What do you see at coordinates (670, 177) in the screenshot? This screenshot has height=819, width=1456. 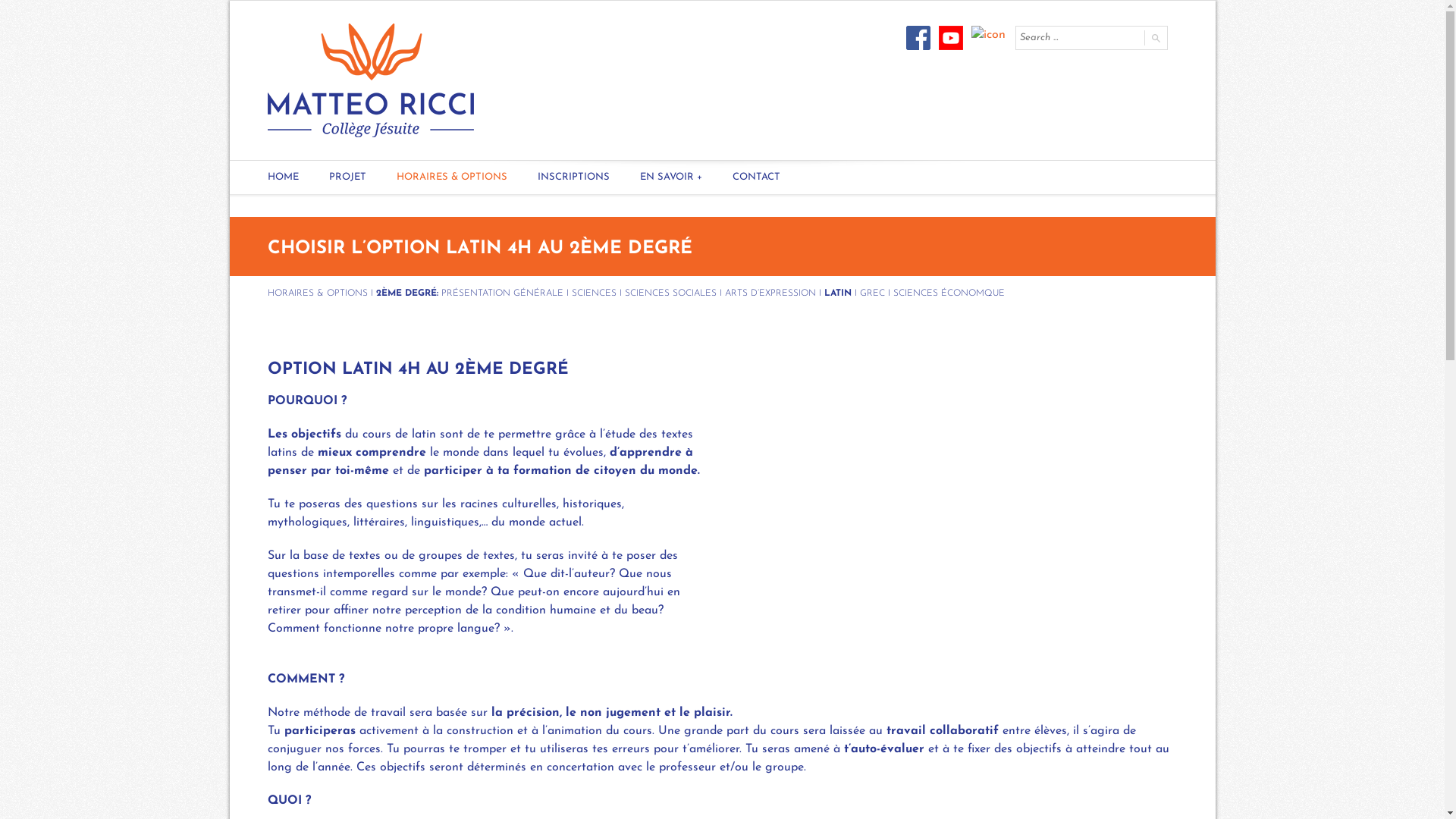 I see `'EN SAVOIR +'` at bounding box center [670, 177].